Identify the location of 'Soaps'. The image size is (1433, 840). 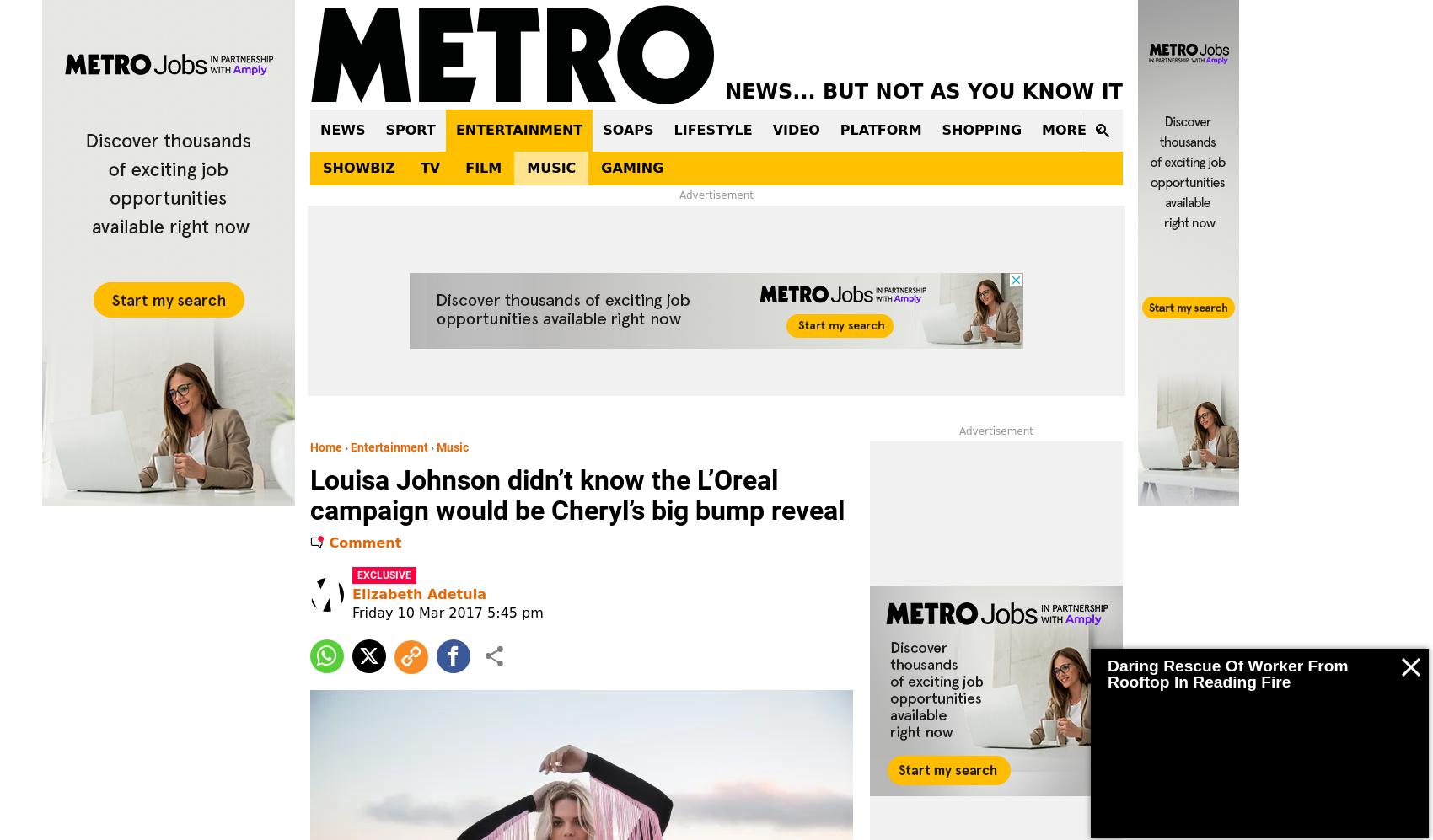
(627, 129).